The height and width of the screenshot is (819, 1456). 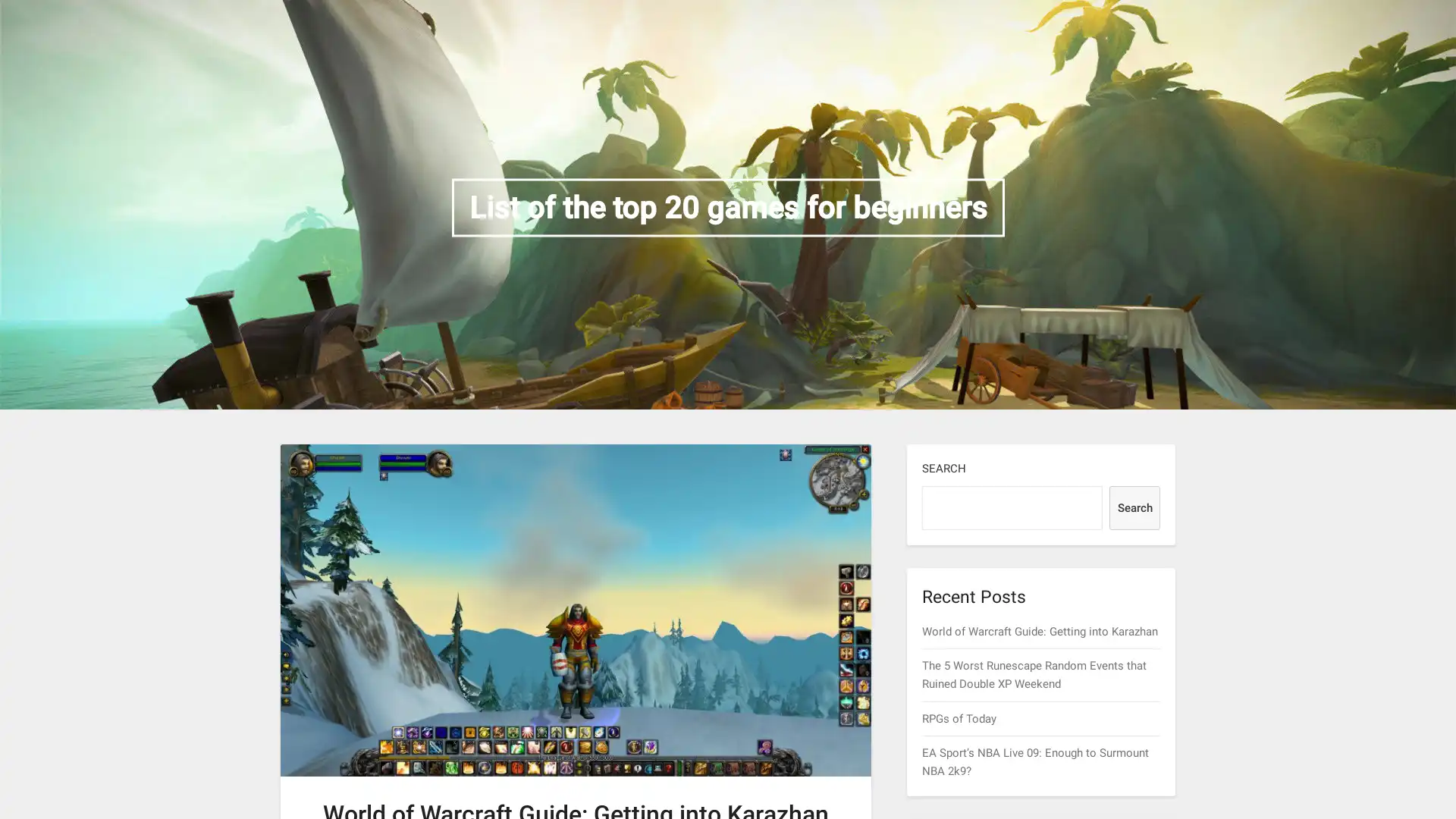 What do you see at coordinates (1134, 507) in the screenshot?
I see `Search` at bounding box center [1134, 507].